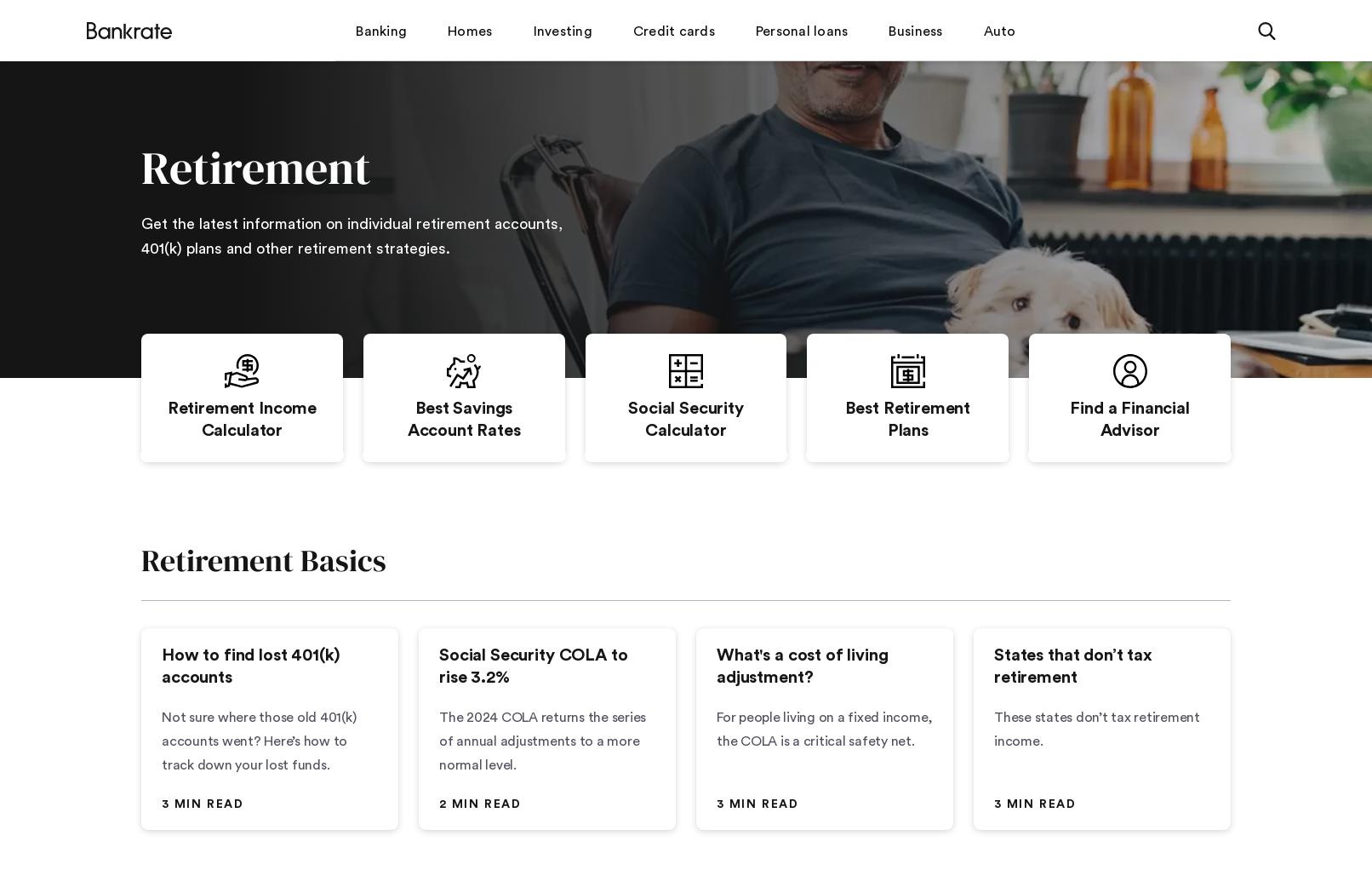 The height and width of the screenshot is (887, 1372). Describe the element at coordinates (824, 730) in the screenshot. I see `'For people living on a fixed income, the COLA is a critical safety net.'` at that location.